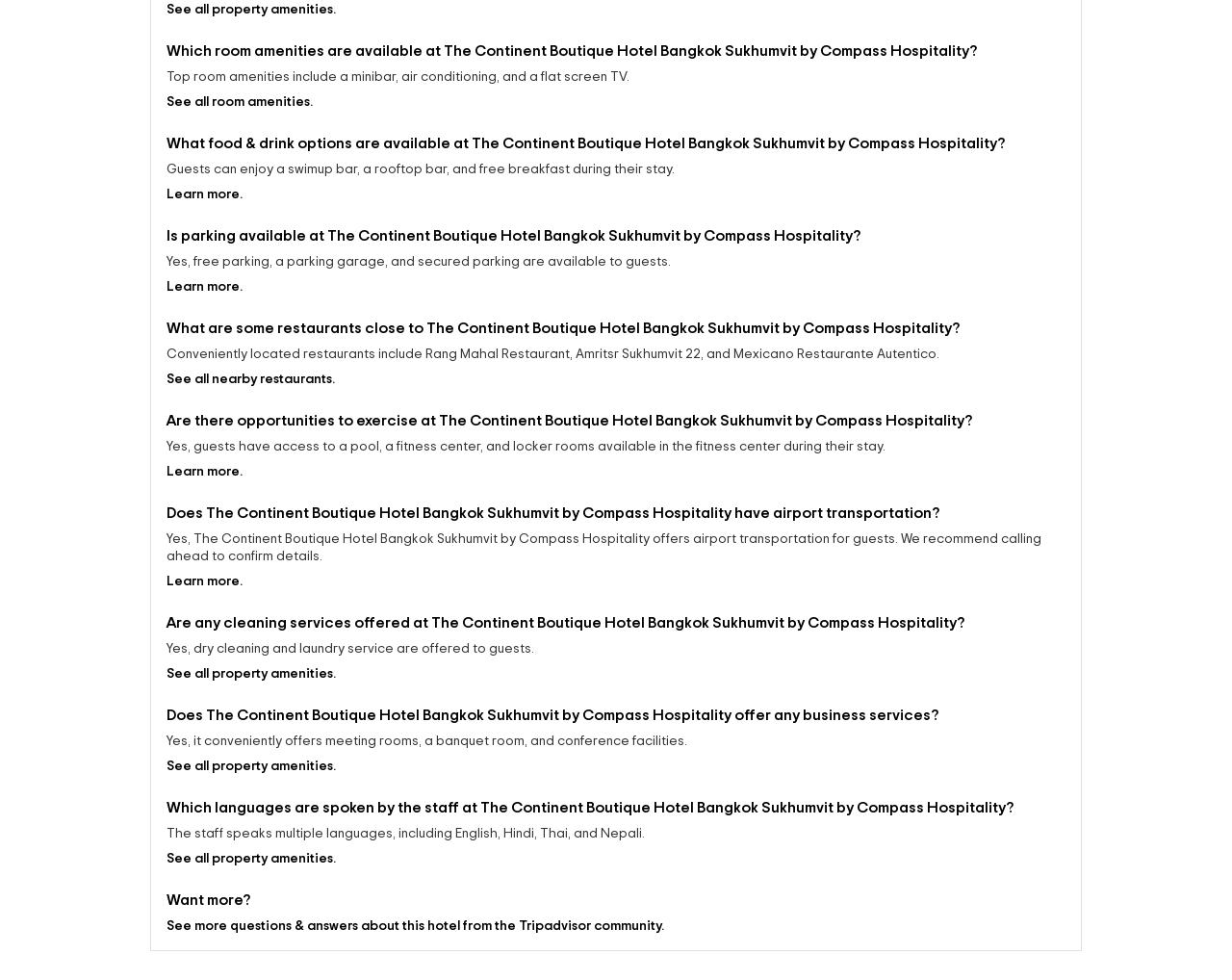 Image resolution: width=1232 pixels, height=980 pixels. Describe the element at coordinates (564, 687) in the screenshot. I see `'Are any cleaning services offered at The Continent Boutique Hotel Bangkok Sukhumvit by Compass Hospitality?'` at that location.